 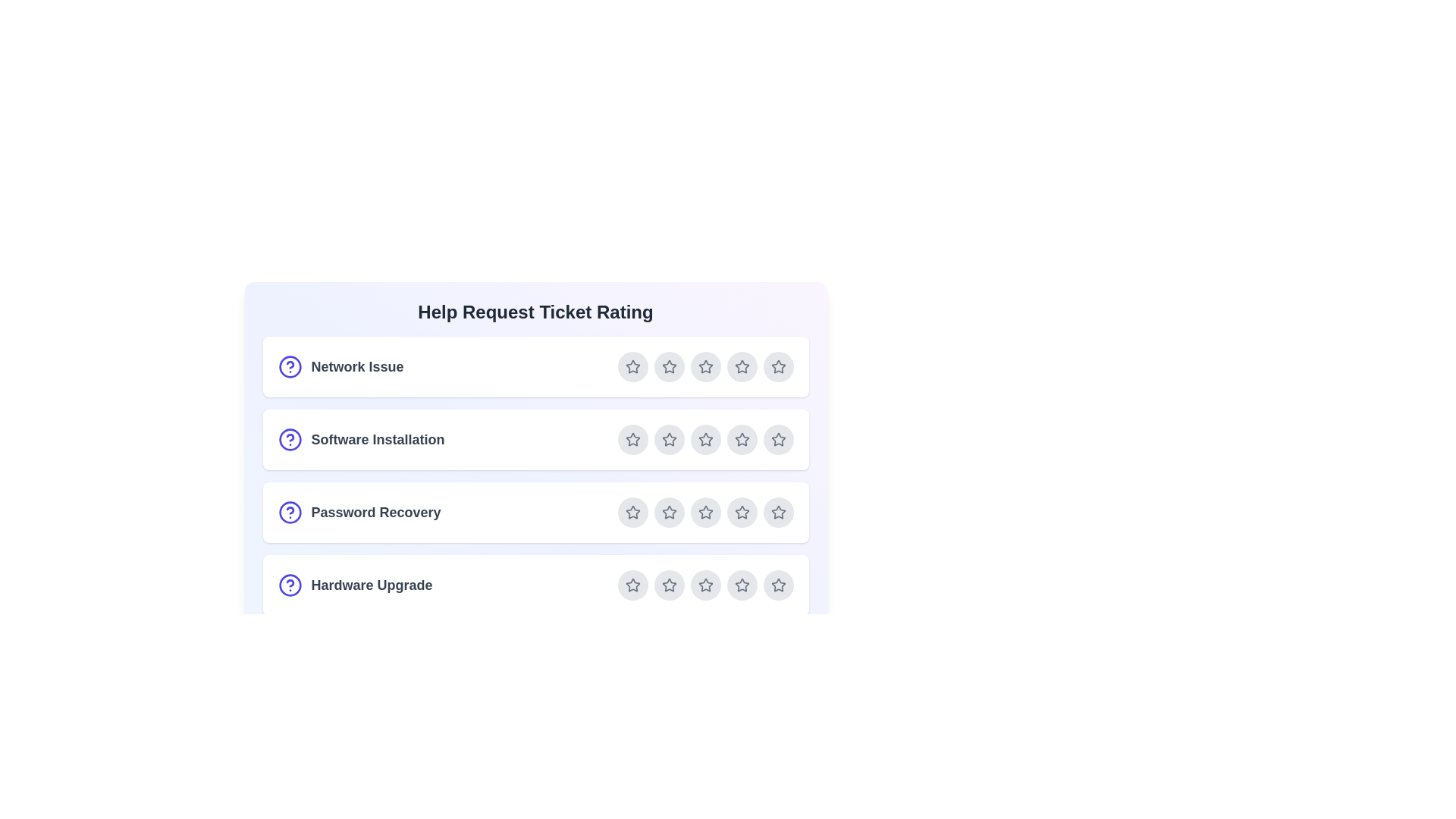 I want to click on the star corresponding to 1 for the ticket Software Installation, so click(x=632, y=439).